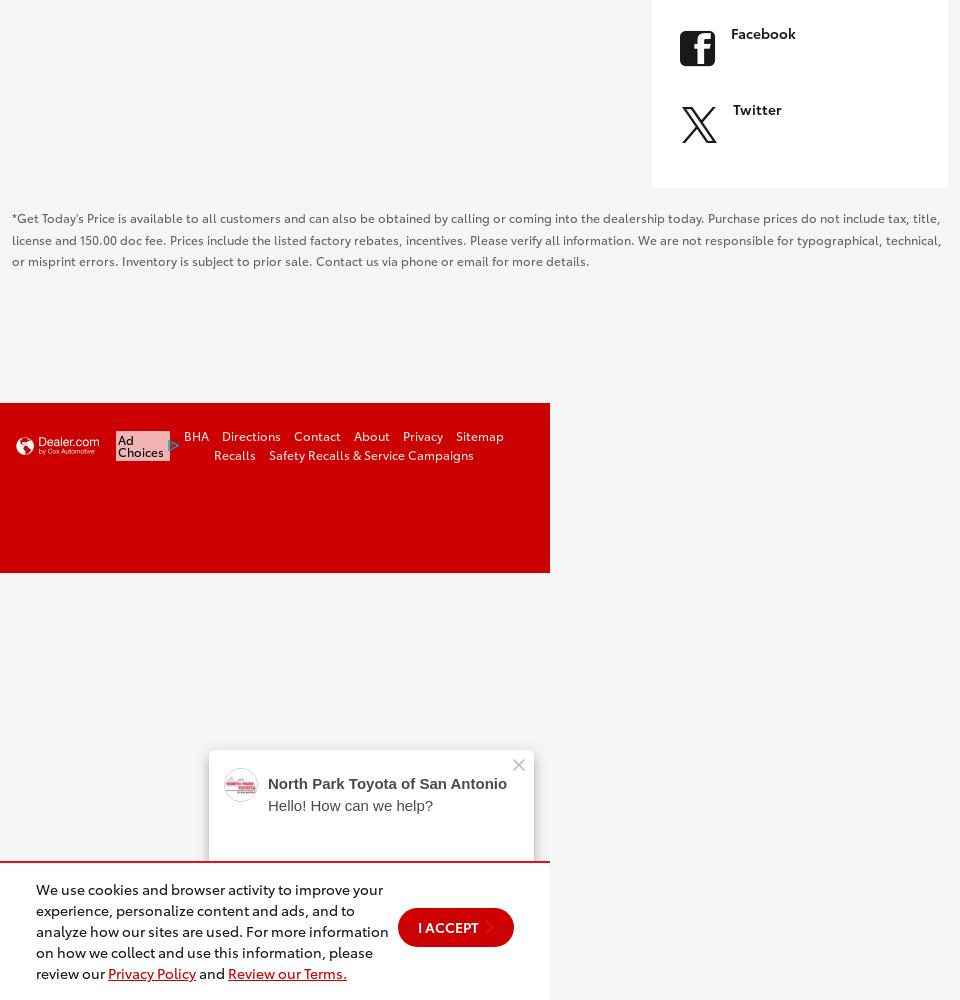  What do you see at coordinates (422, 435) in the screenshot?
I see `'Privacy'` at bounding box center [422, 435].